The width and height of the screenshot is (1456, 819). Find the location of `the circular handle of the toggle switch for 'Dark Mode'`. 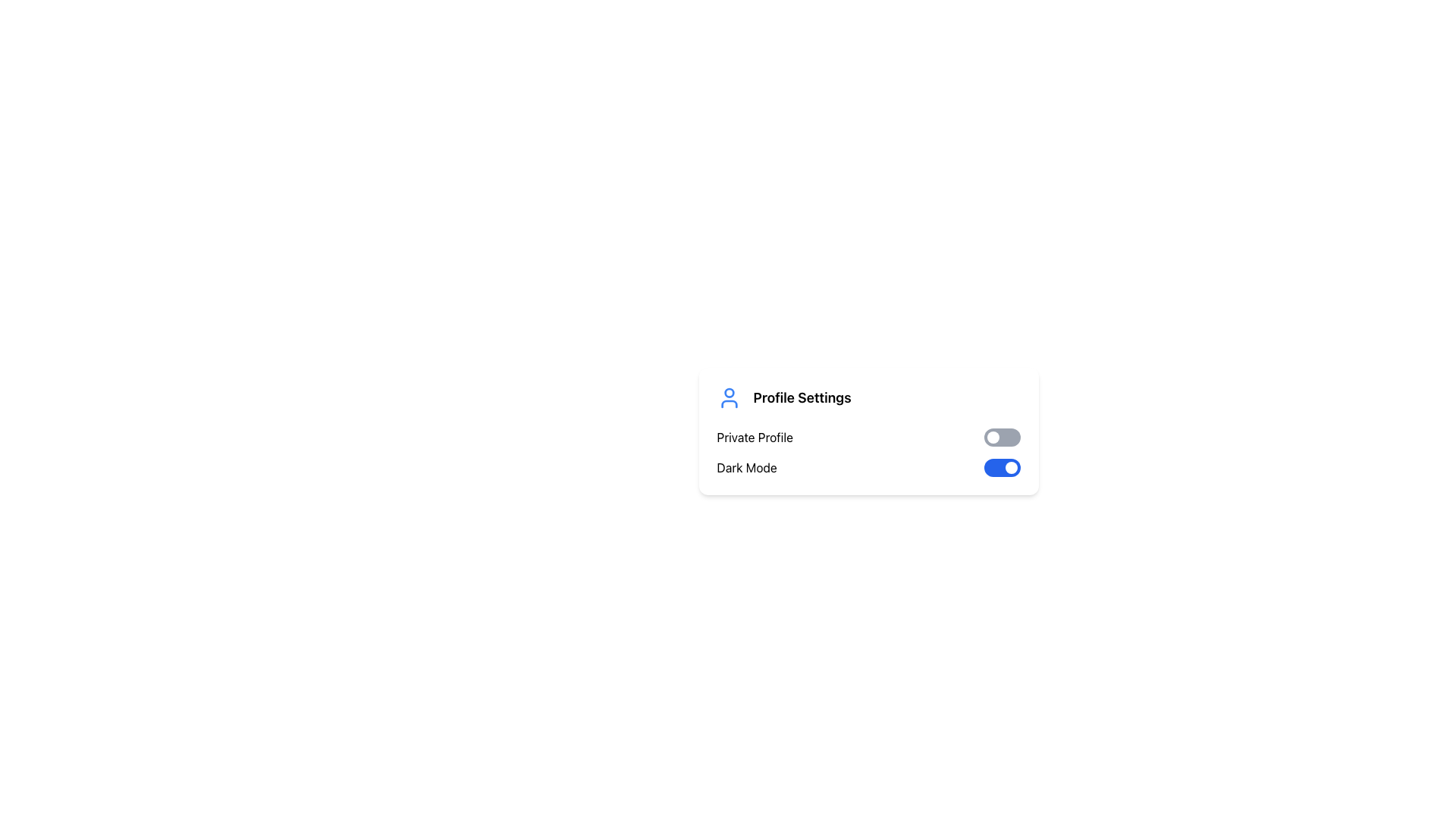

the circular handle of the toggle switch for 'Dark Mode' is located at coordinates (1002, 467).